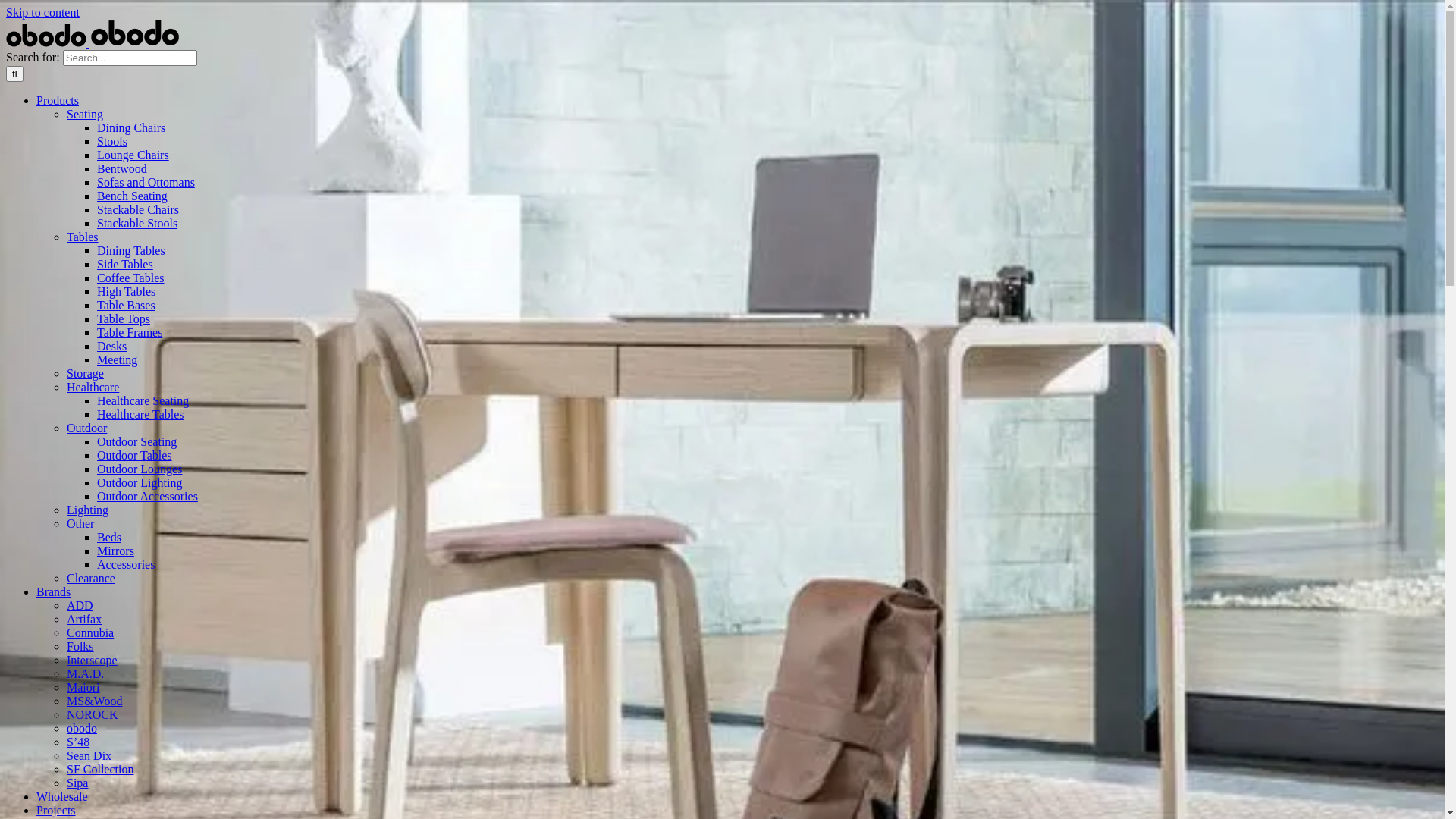 The width and height of the screenshot is (1456, 819). What do you see at coordinates (132, 195) in the screenshot?
I see `'Bench Seating'` at bounding box center [132, 195].